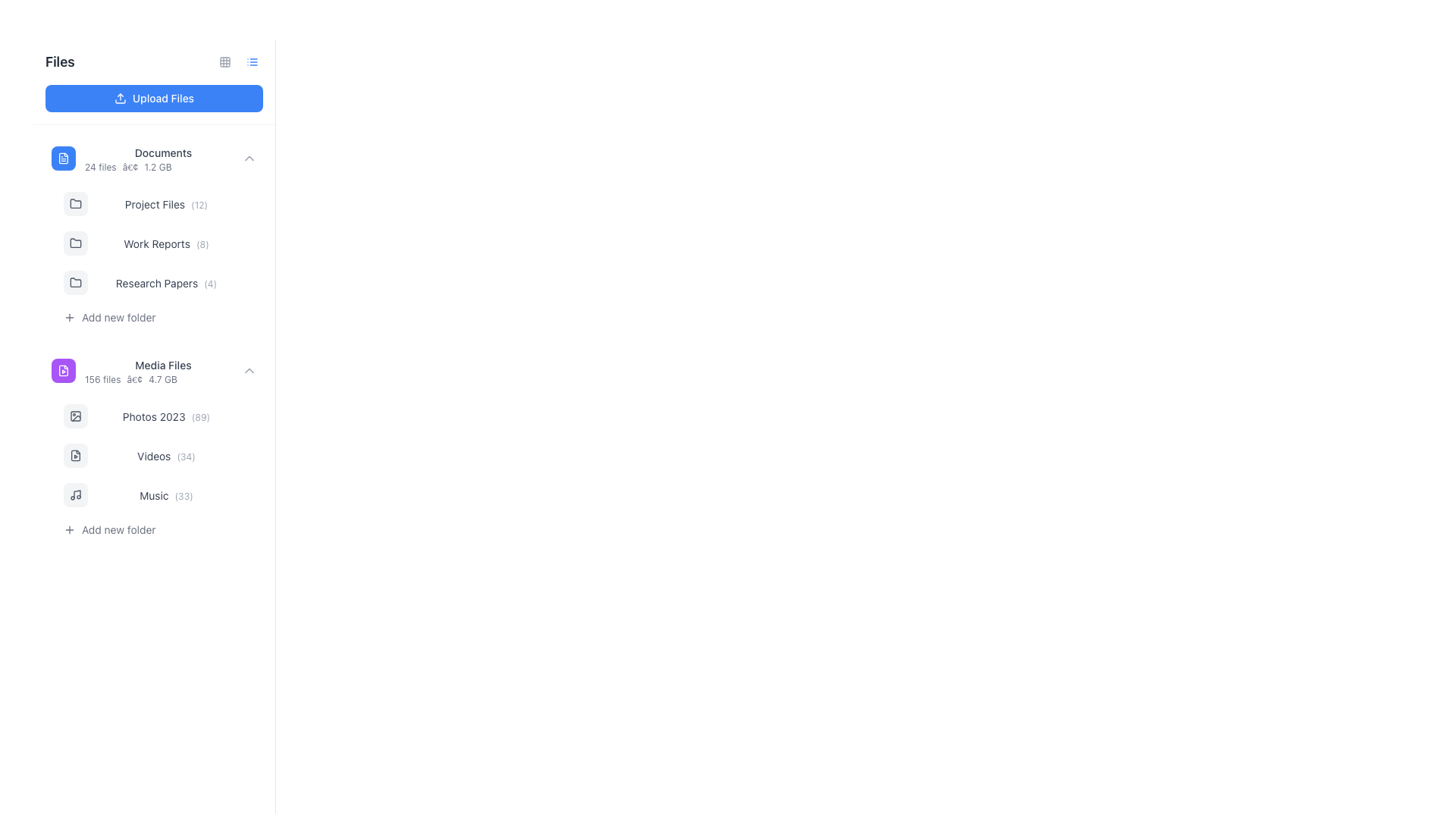  What do you see at coordinates (166, 494) in the screenshot?
I see `the 'Music' text label in the left-side navigation bar` at bounding box center [166, 494].